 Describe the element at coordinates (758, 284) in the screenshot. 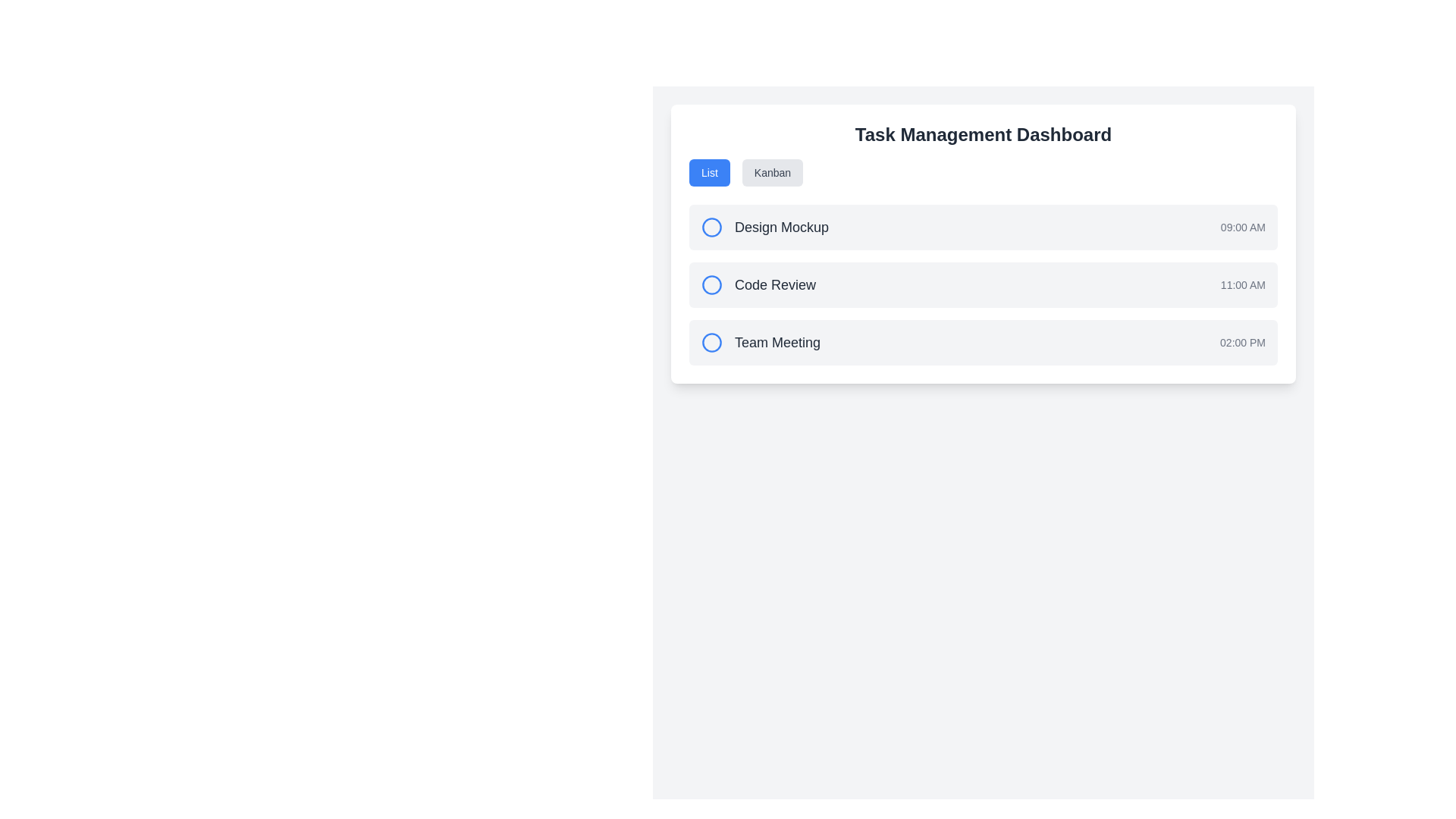

I see `the 'Code Review' text label, which is styled with a medium-weight font in gray-black color and located next to a circular blue icon within the second task card in the dashboard` at that location.